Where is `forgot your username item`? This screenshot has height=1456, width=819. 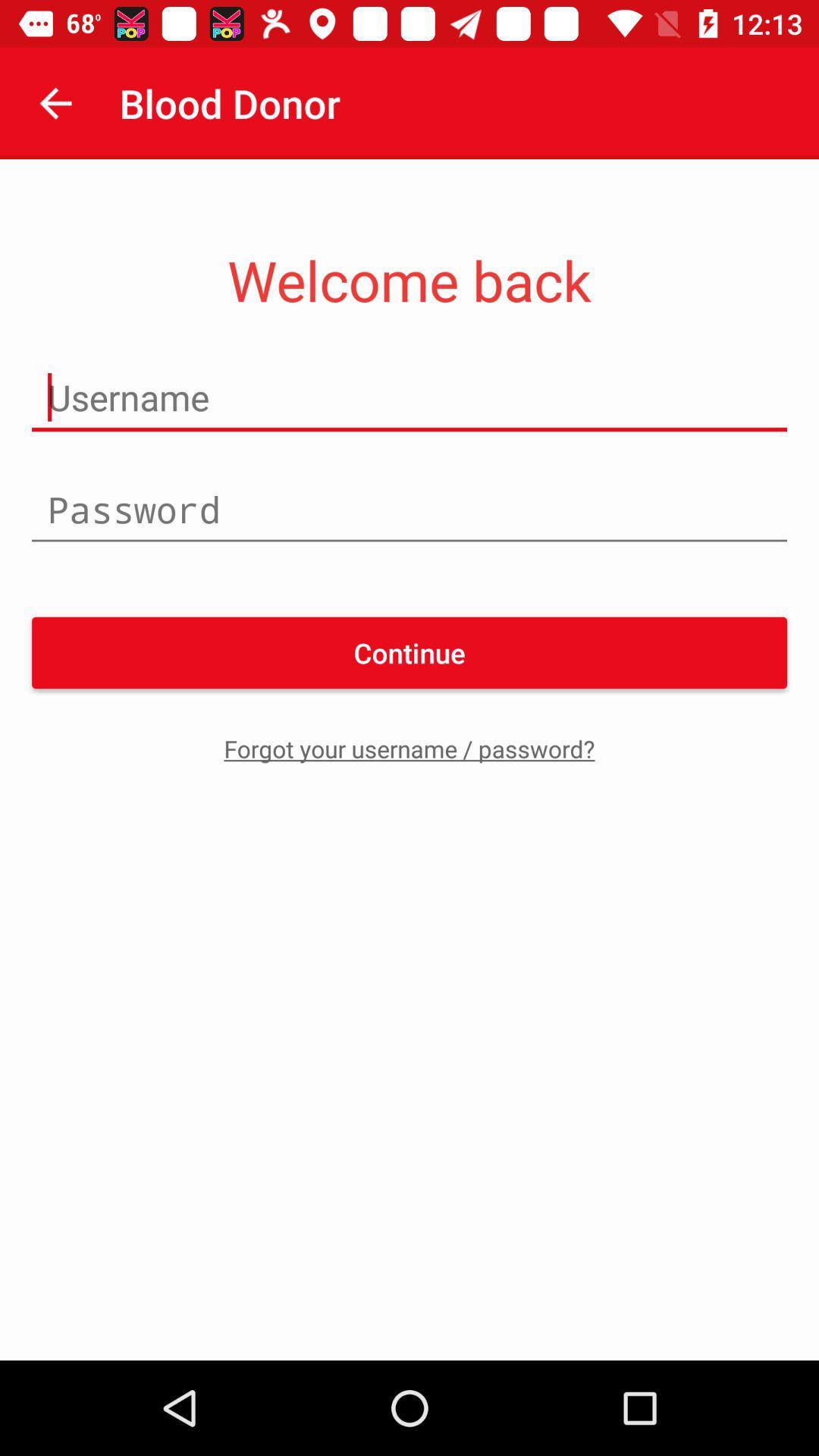 forgot your username item is located at coordinates (409, 748).